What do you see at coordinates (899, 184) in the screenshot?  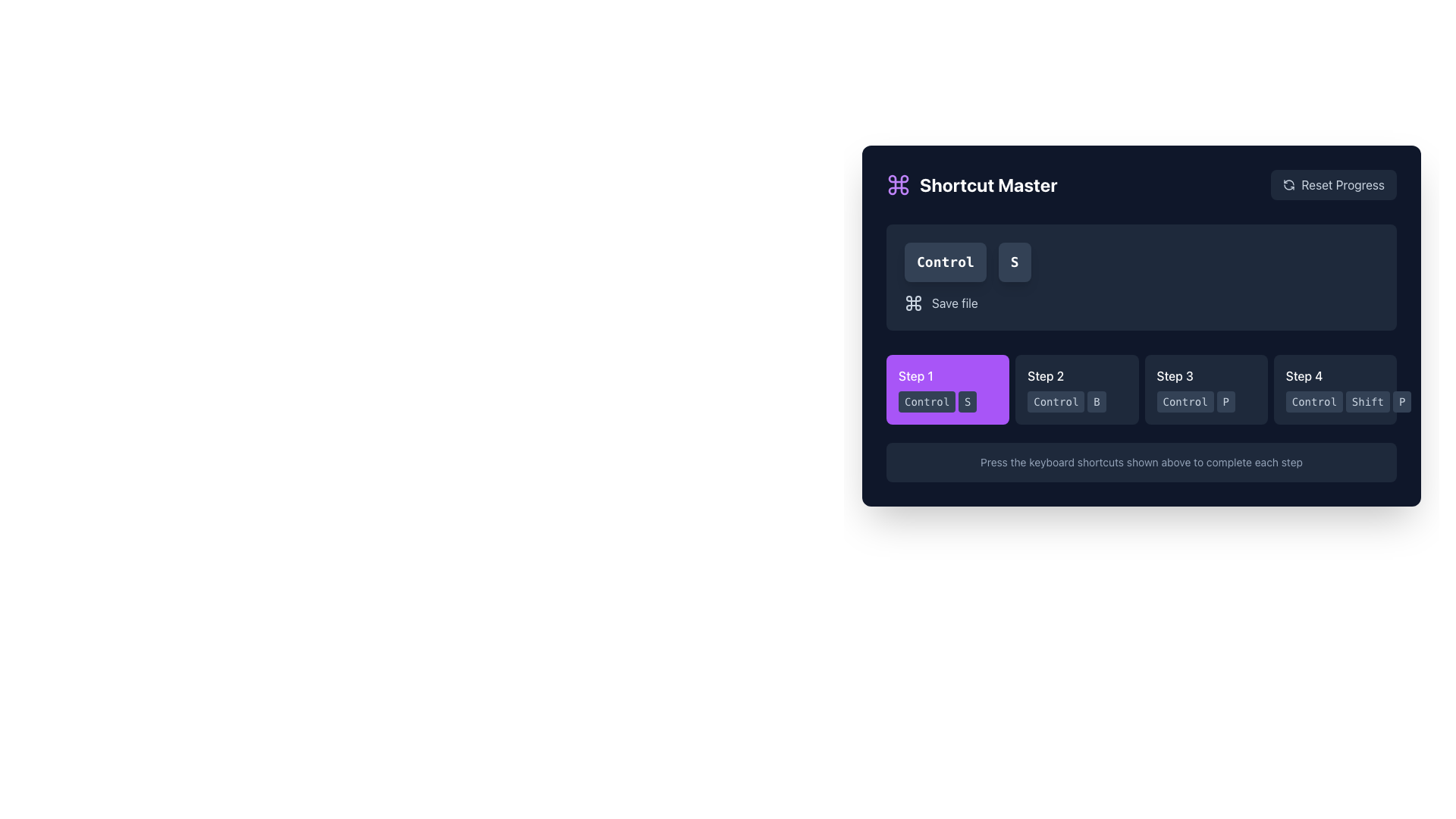 I see `the purple four-leaf clover icon located in the header, adjacent to the text 'Shortcut Master.'` at bounding box center [899, 184].